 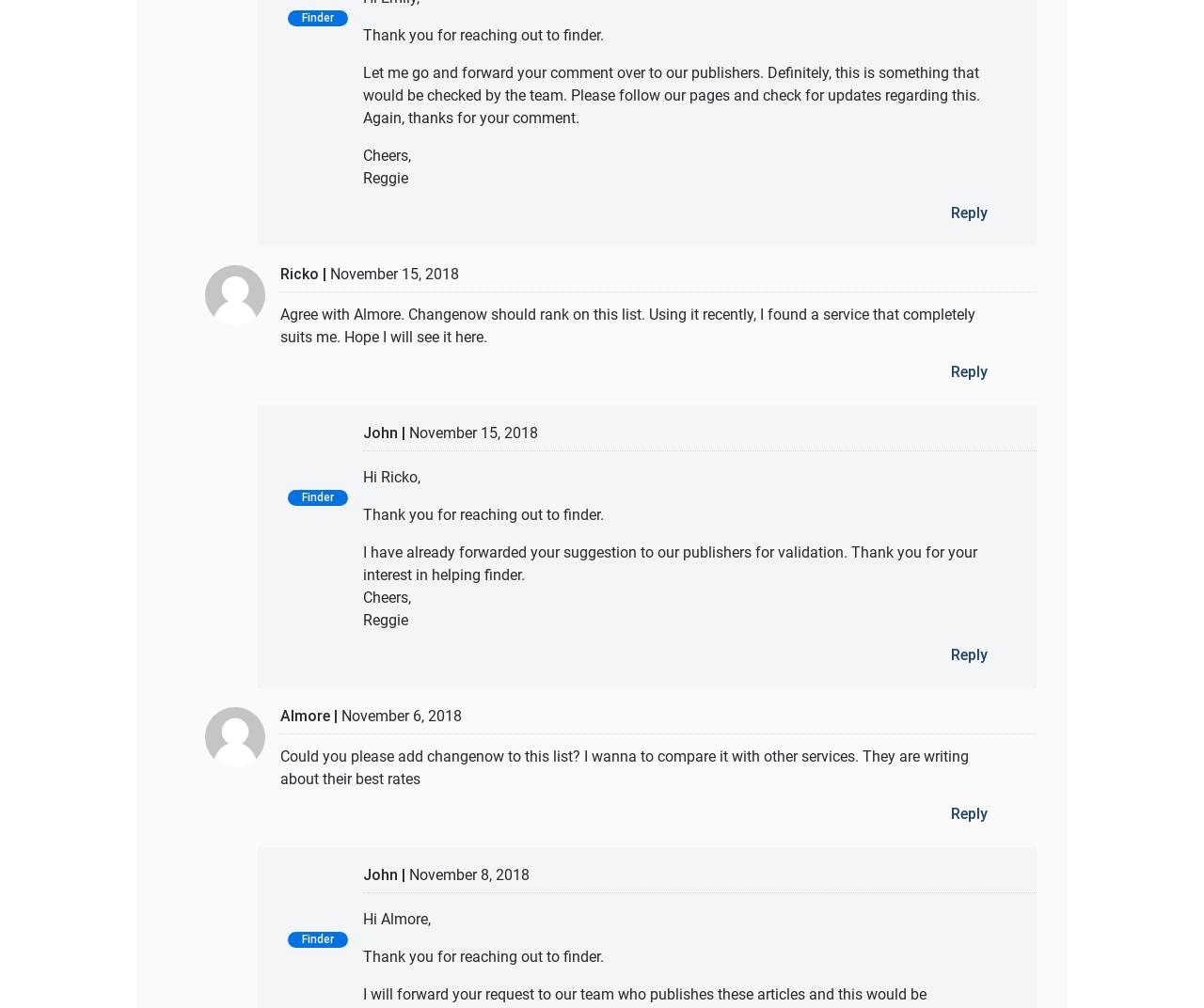 What do you see at coordinates (627, 324) in the screenshot?
I see `'Agree with Almore. Changenow should rank on this list. Using it recently, I found a service that completely suits me. Hope I will see it here.'` at bounding box center [627, 324].